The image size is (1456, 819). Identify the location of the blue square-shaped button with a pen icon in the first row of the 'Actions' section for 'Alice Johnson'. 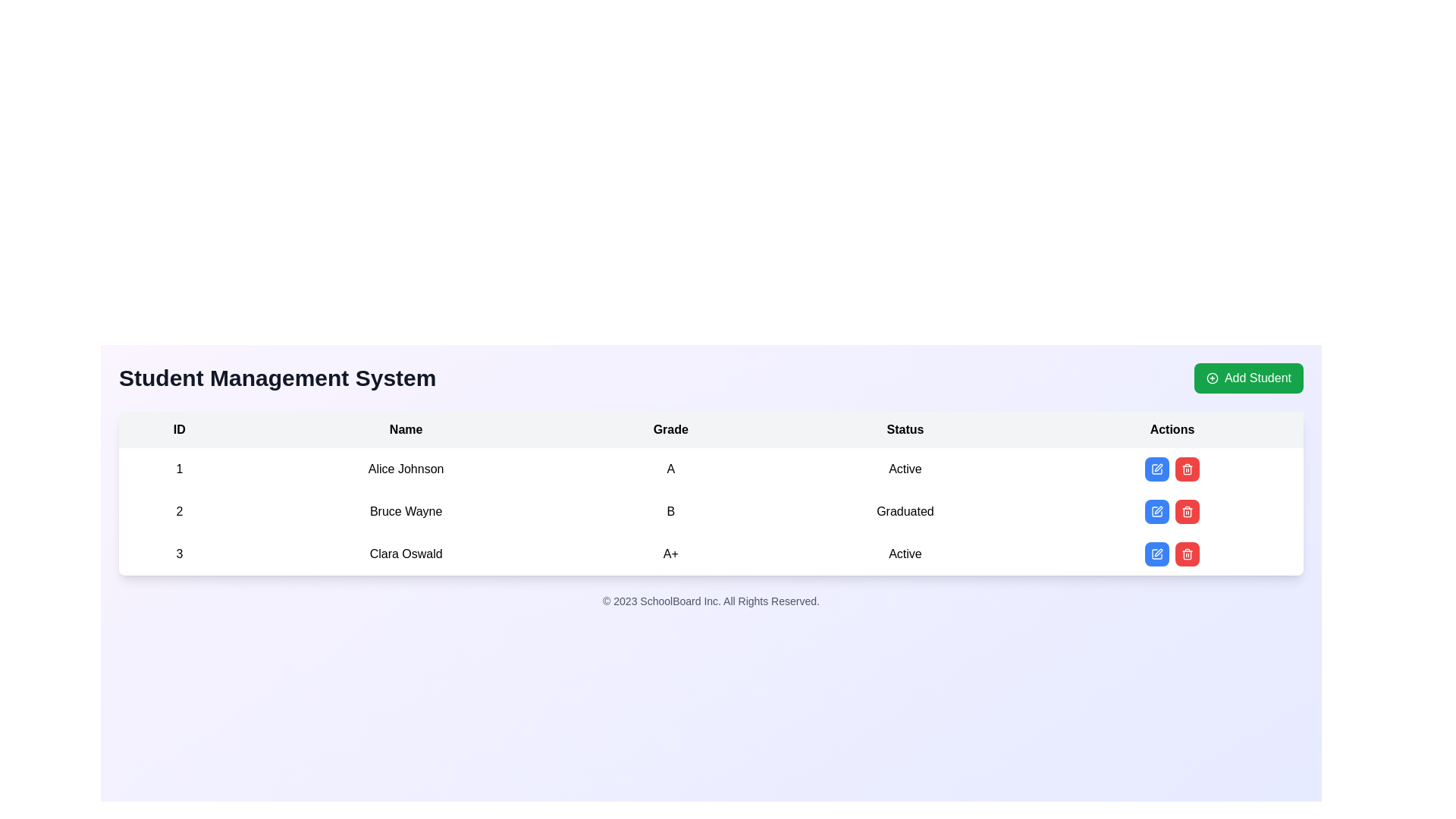
(1156, 468).